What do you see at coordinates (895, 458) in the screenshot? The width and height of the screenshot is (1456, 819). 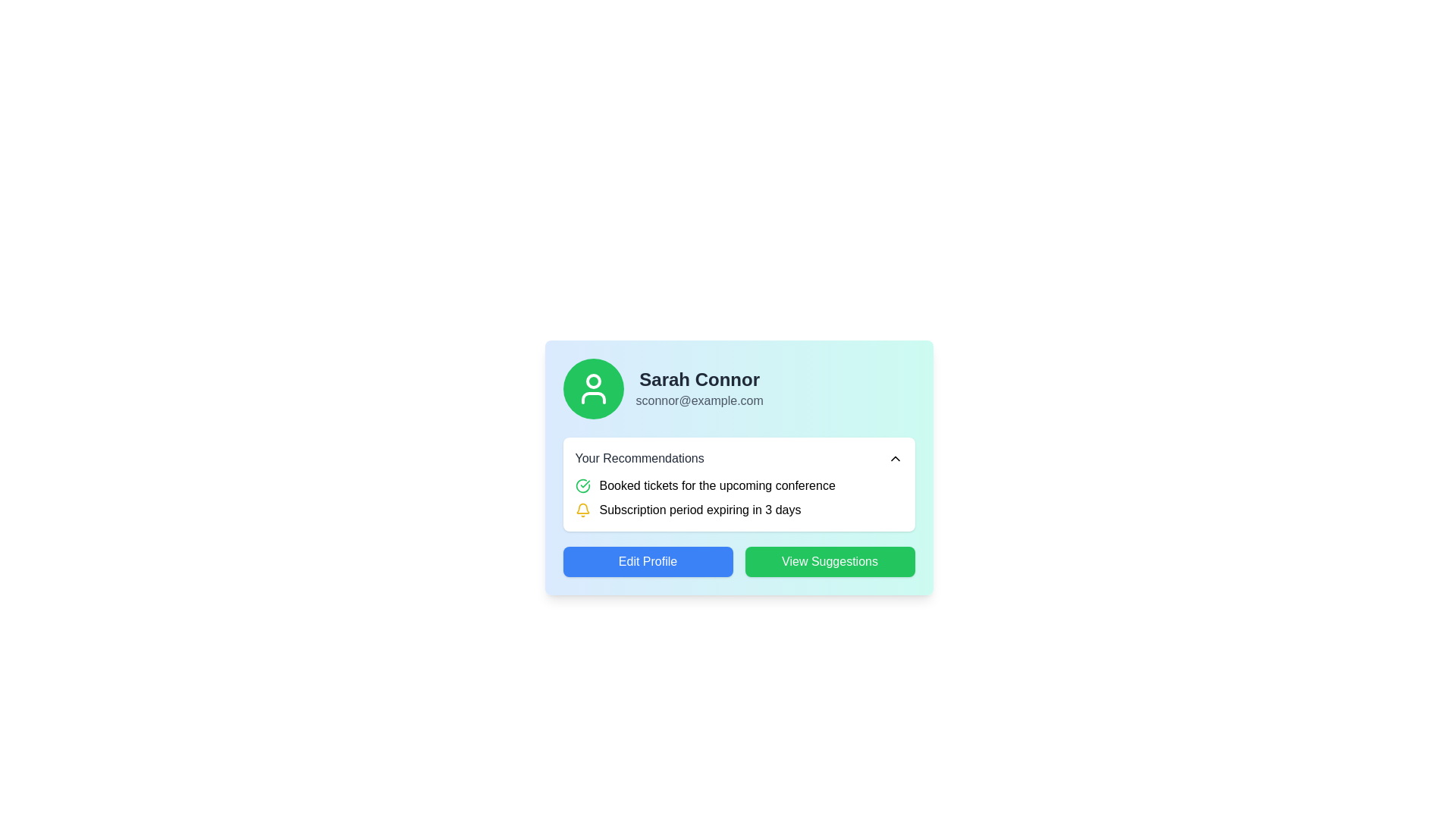 I see `the upward arrow button located near the right edge of the 'Your Recommendations' box` at bounding box center [895, 458].